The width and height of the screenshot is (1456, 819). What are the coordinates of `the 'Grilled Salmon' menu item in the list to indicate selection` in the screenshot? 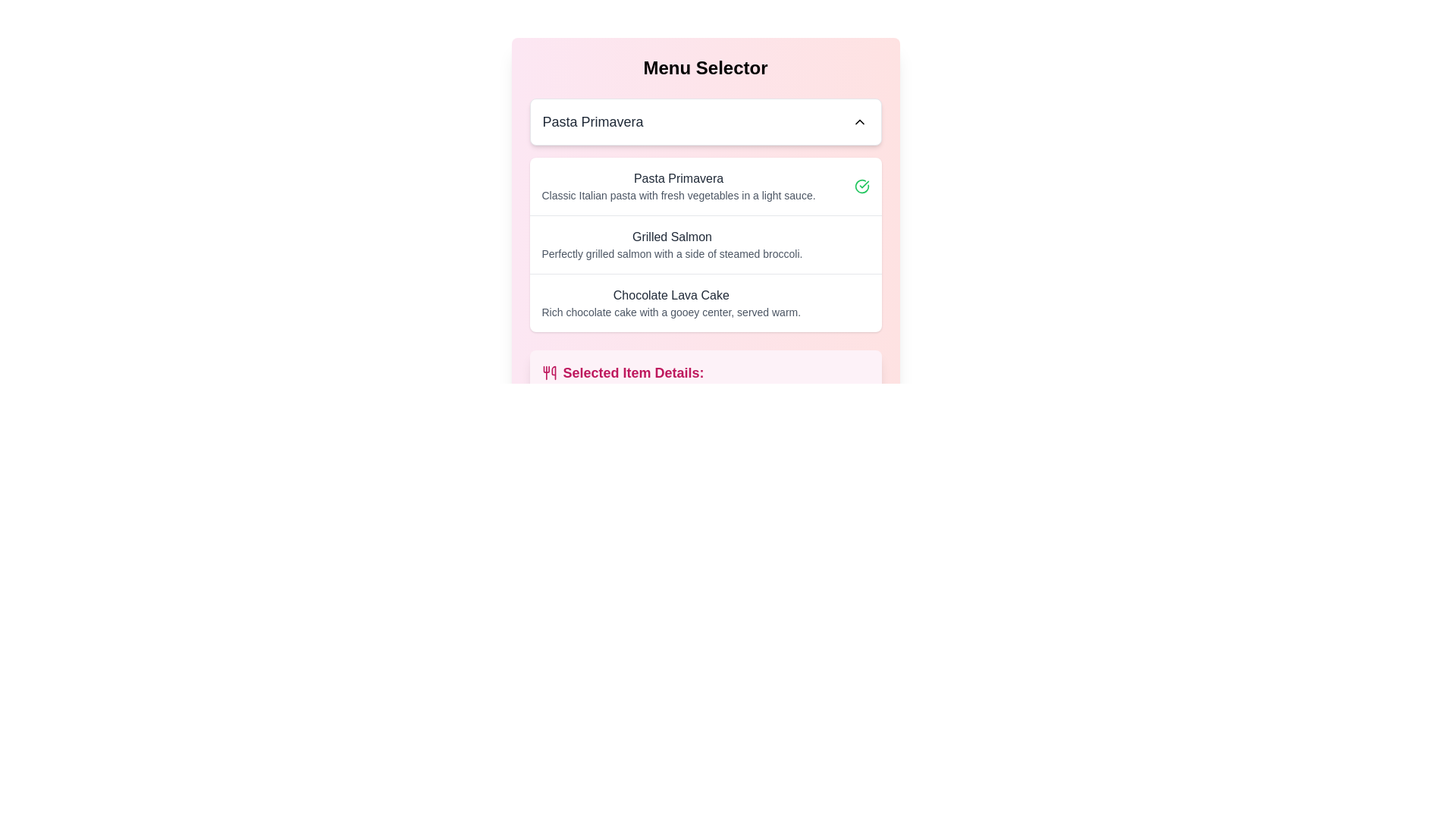 It's located at (704, 243).